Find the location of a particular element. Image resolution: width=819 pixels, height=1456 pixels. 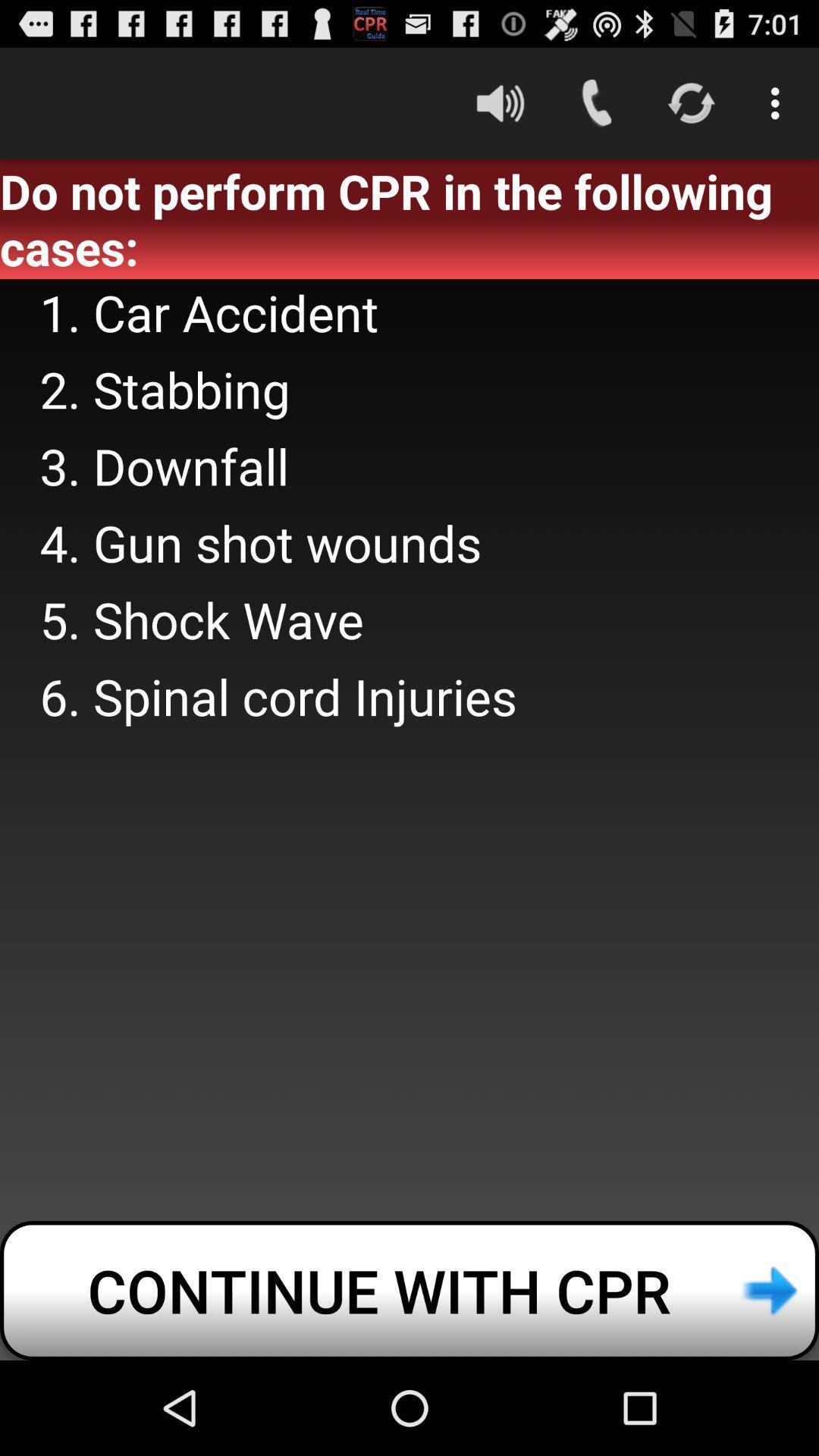

continue with cpr at the bottom is located at coordinates (409, 1290).